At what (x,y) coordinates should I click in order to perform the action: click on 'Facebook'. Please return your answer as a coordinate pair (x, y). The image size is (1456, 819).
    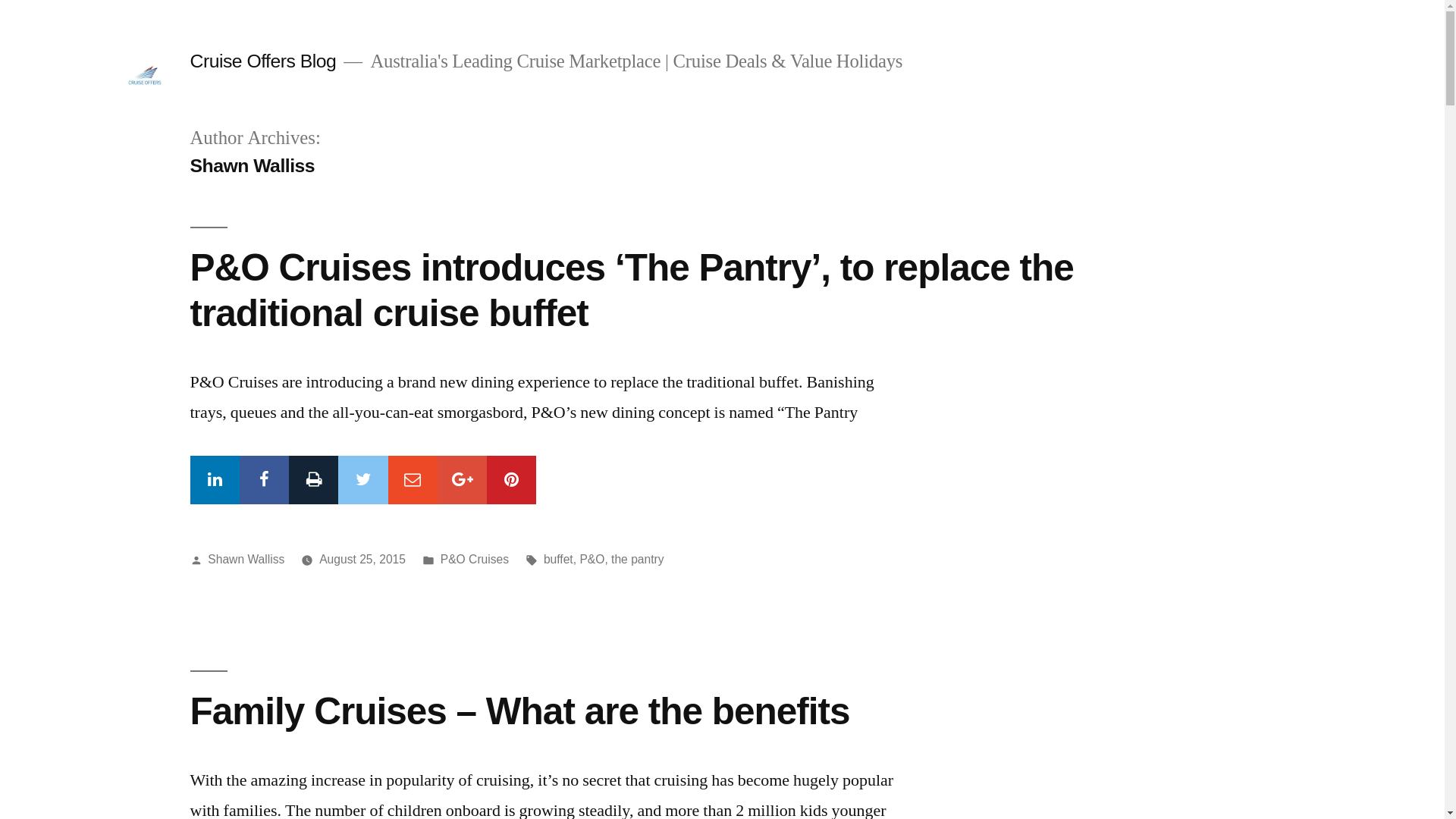
    Looking at the image, I should click on (264, 479).